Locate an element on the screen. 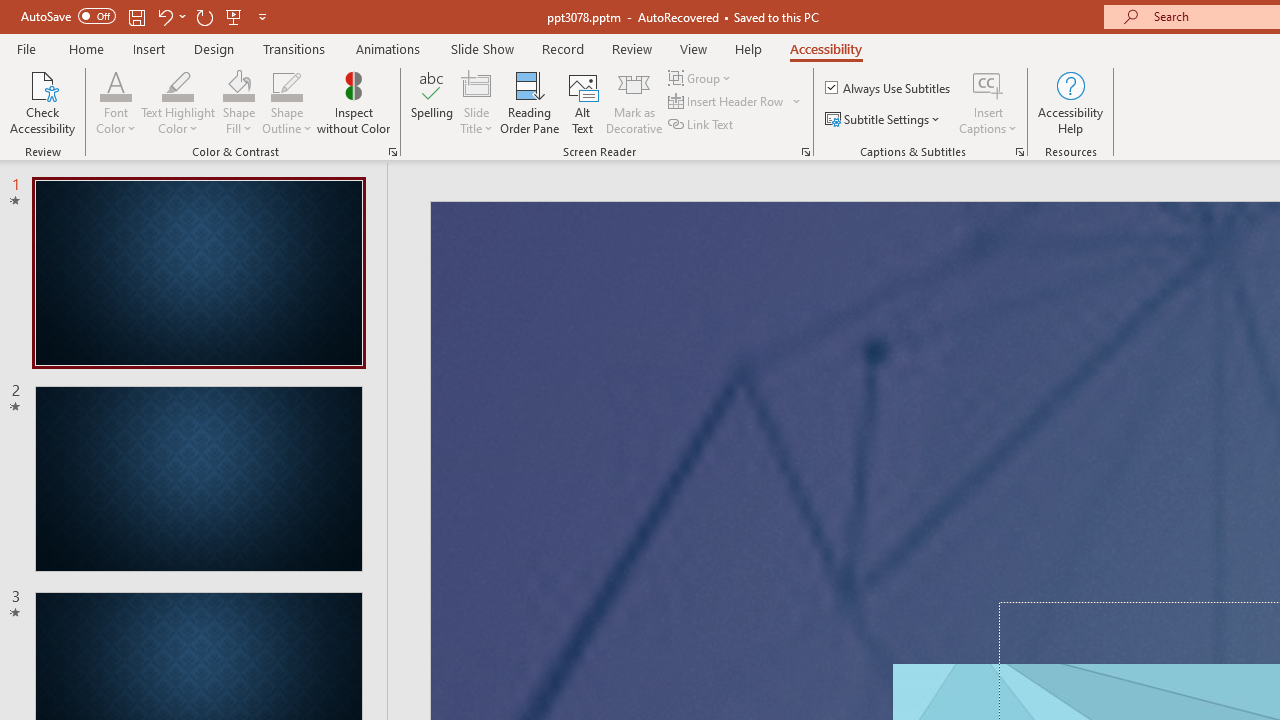  'Shape Outline' is located at coordinates (286, 84).